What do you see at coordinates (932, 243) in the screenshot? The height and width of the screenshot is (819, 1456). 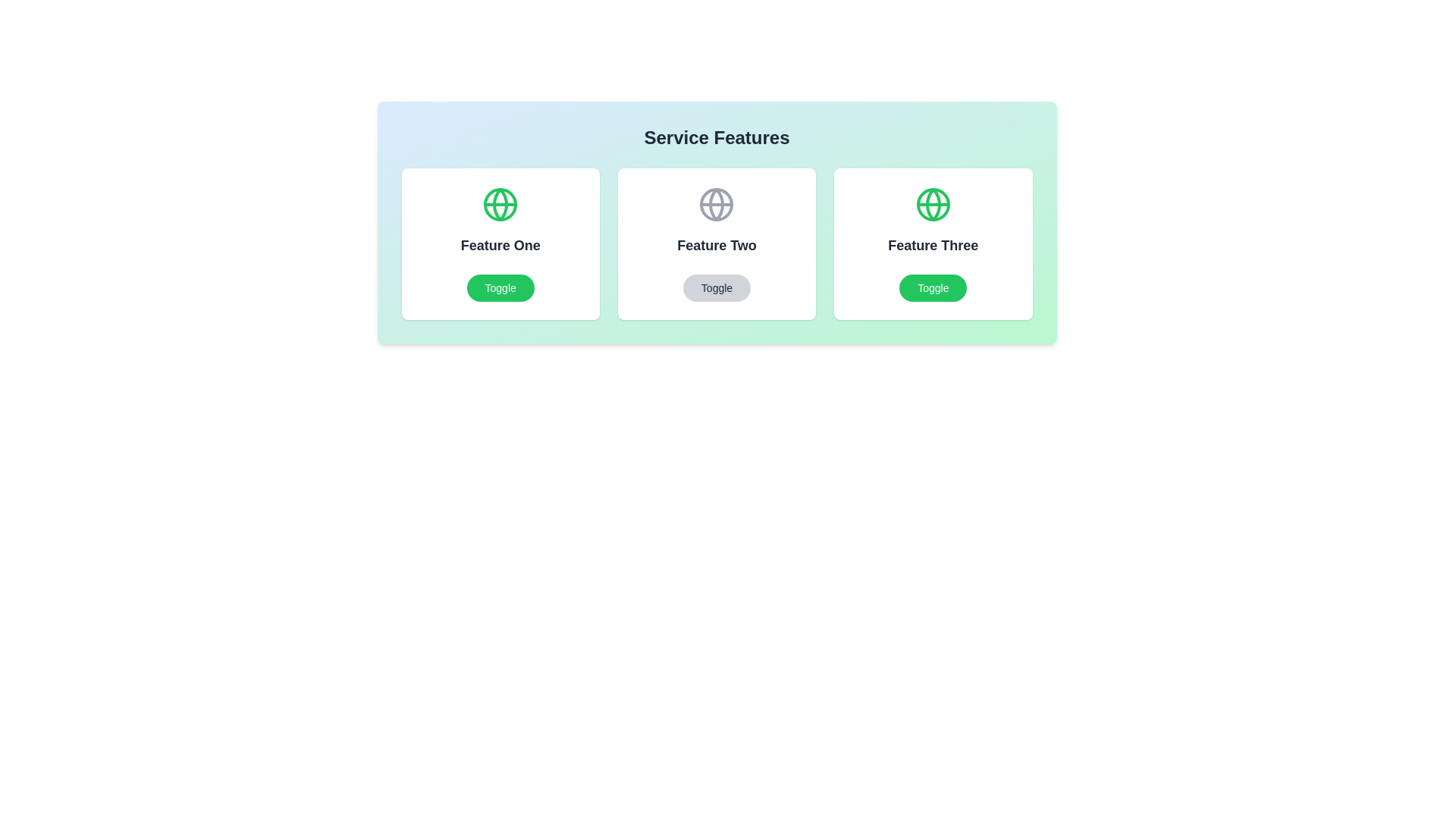 I see `the feature card for Feature Three` at bounding box center [932, 243].